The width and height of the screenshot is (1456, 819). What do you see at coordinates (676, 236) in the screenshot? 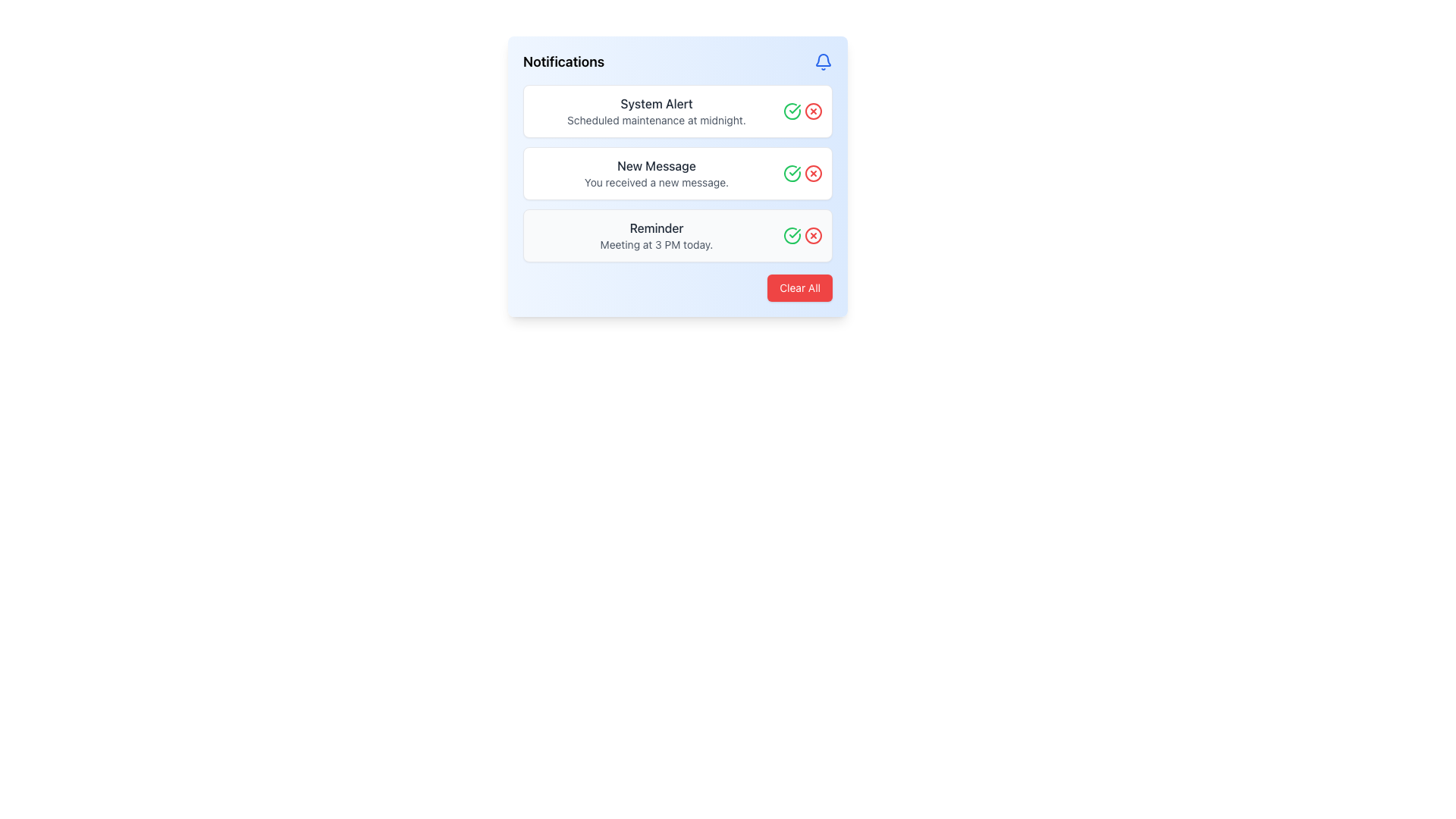
I see `the third notification card in the main notification panel` at bounding box center [676, 236].